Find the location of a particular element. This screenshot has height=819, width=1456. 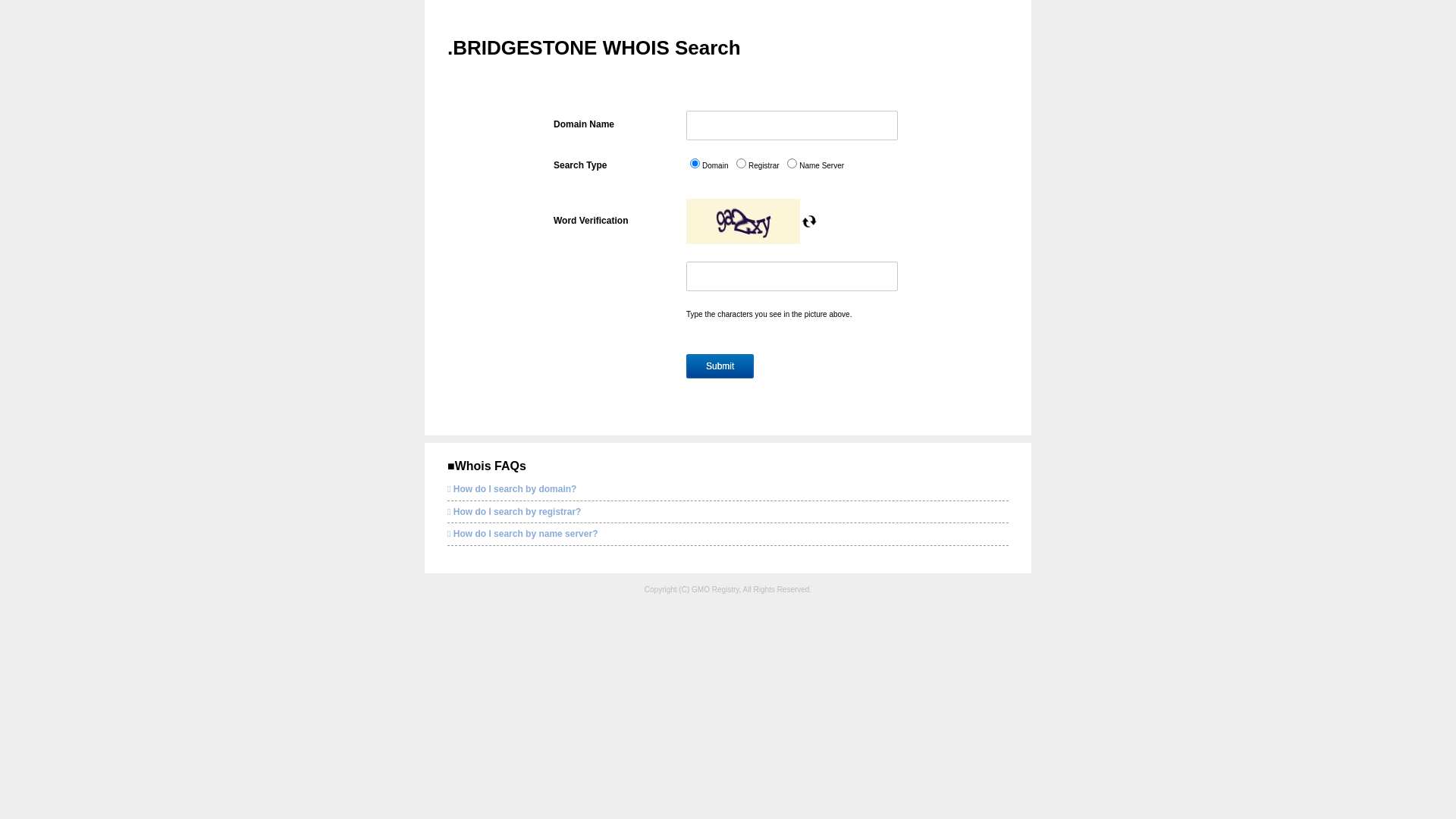

'Submit' is located at coordinates (719, 366).